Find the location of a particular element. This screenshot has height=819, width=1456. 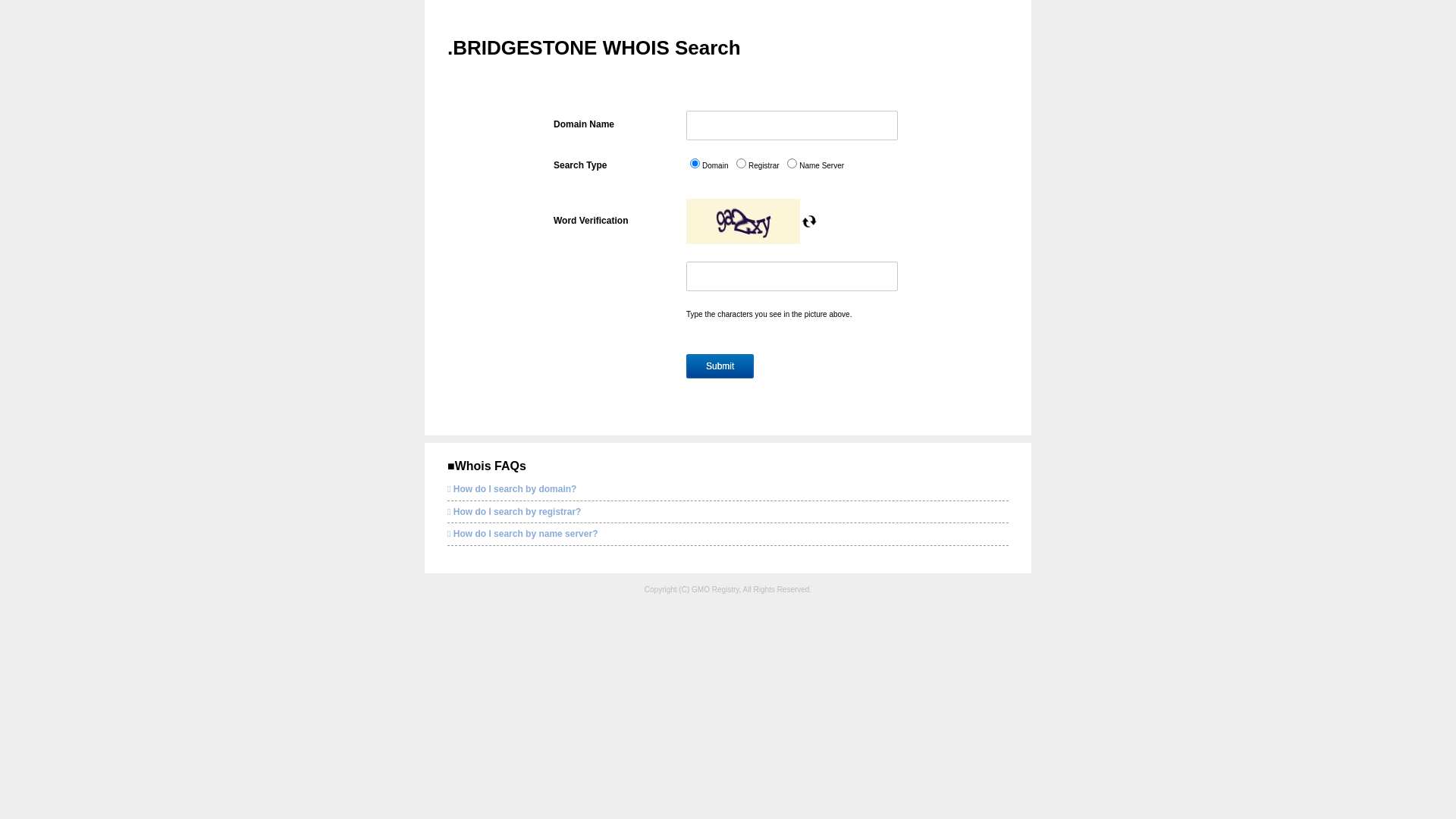

'Submit' is located at coordinates (719, 366).